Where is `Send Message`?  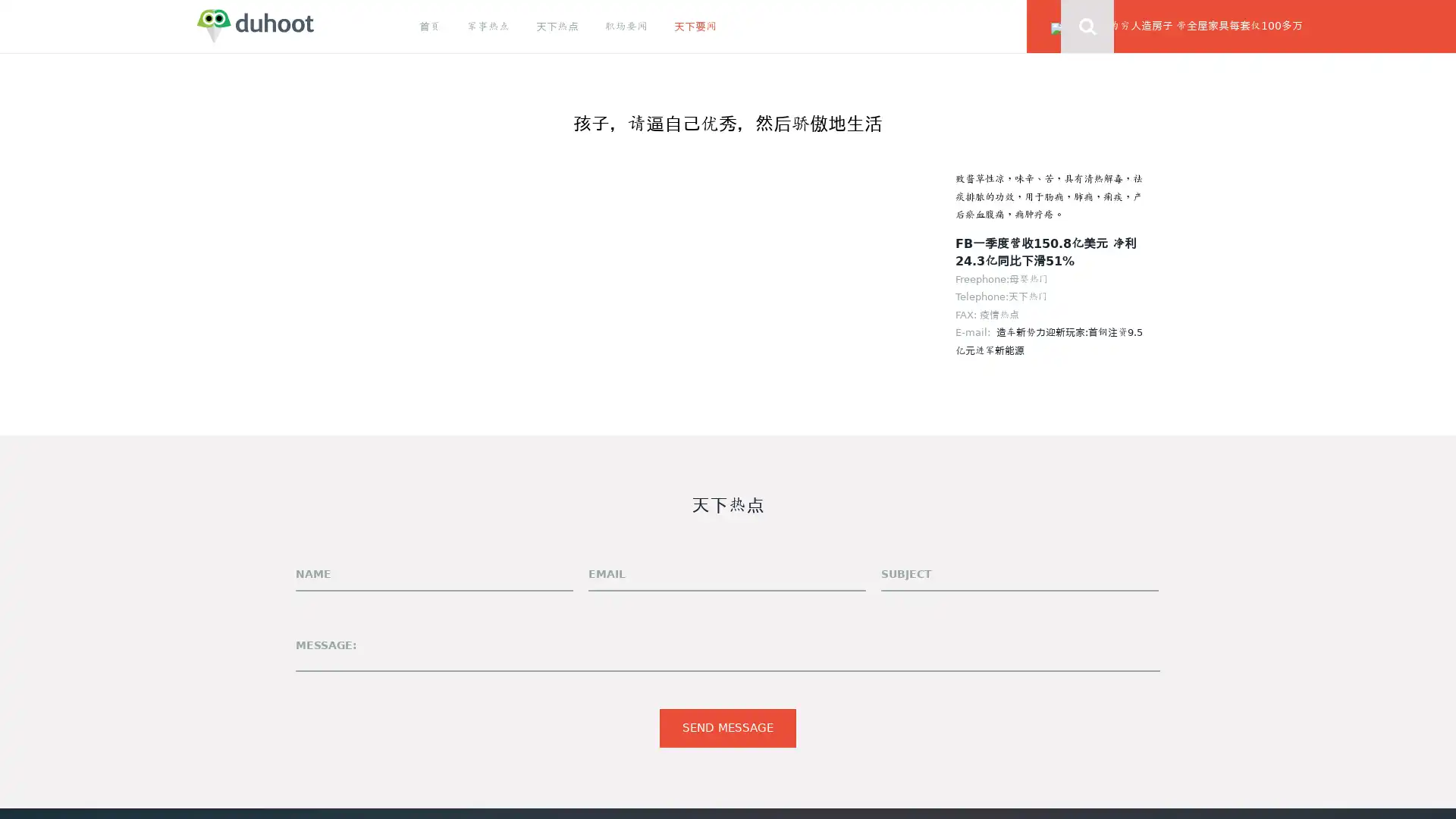 Send Message is located at coordinates (728, 727).